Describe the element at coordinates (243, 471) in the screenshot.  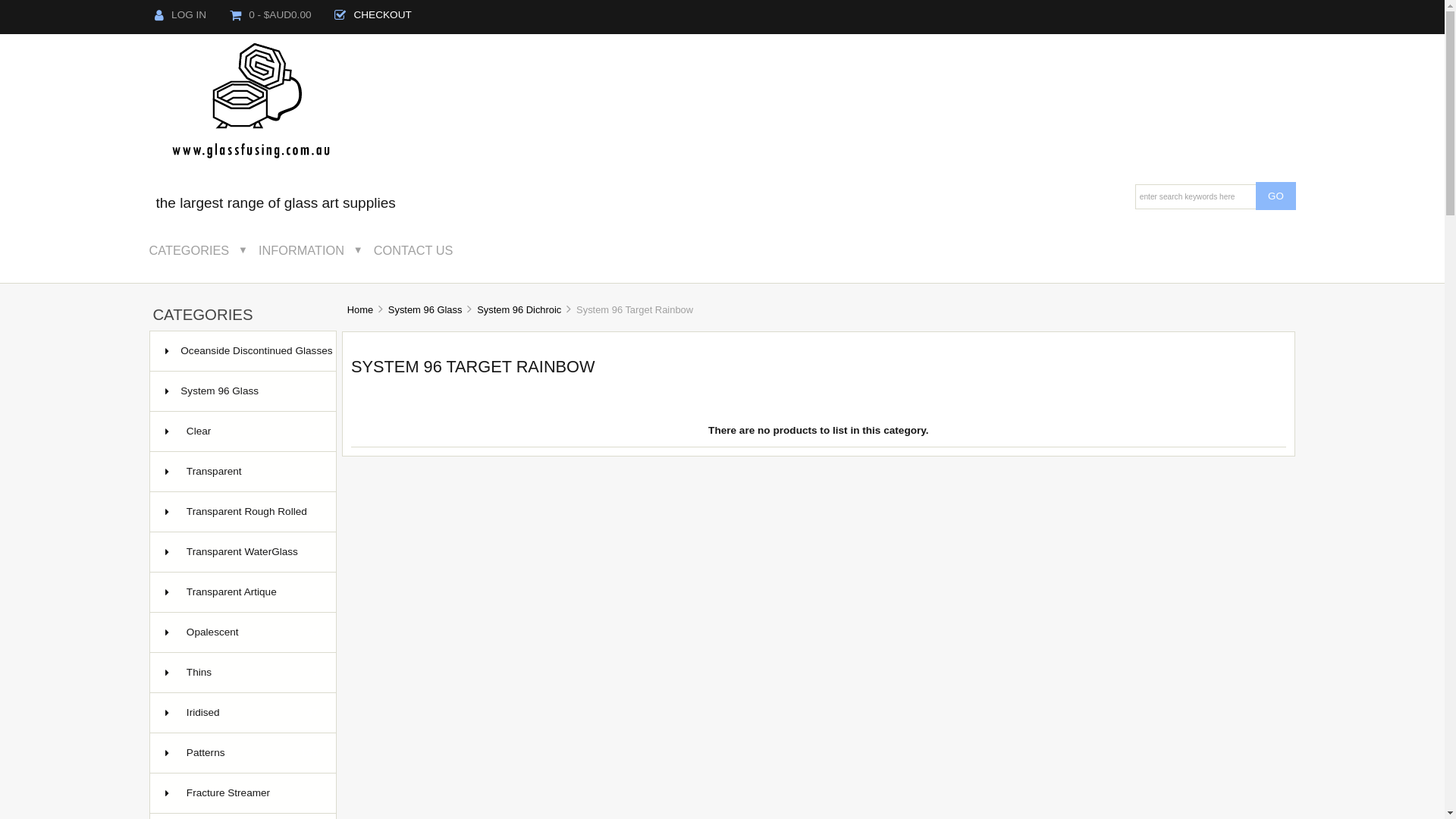
I see `'  Transparent` at that location.